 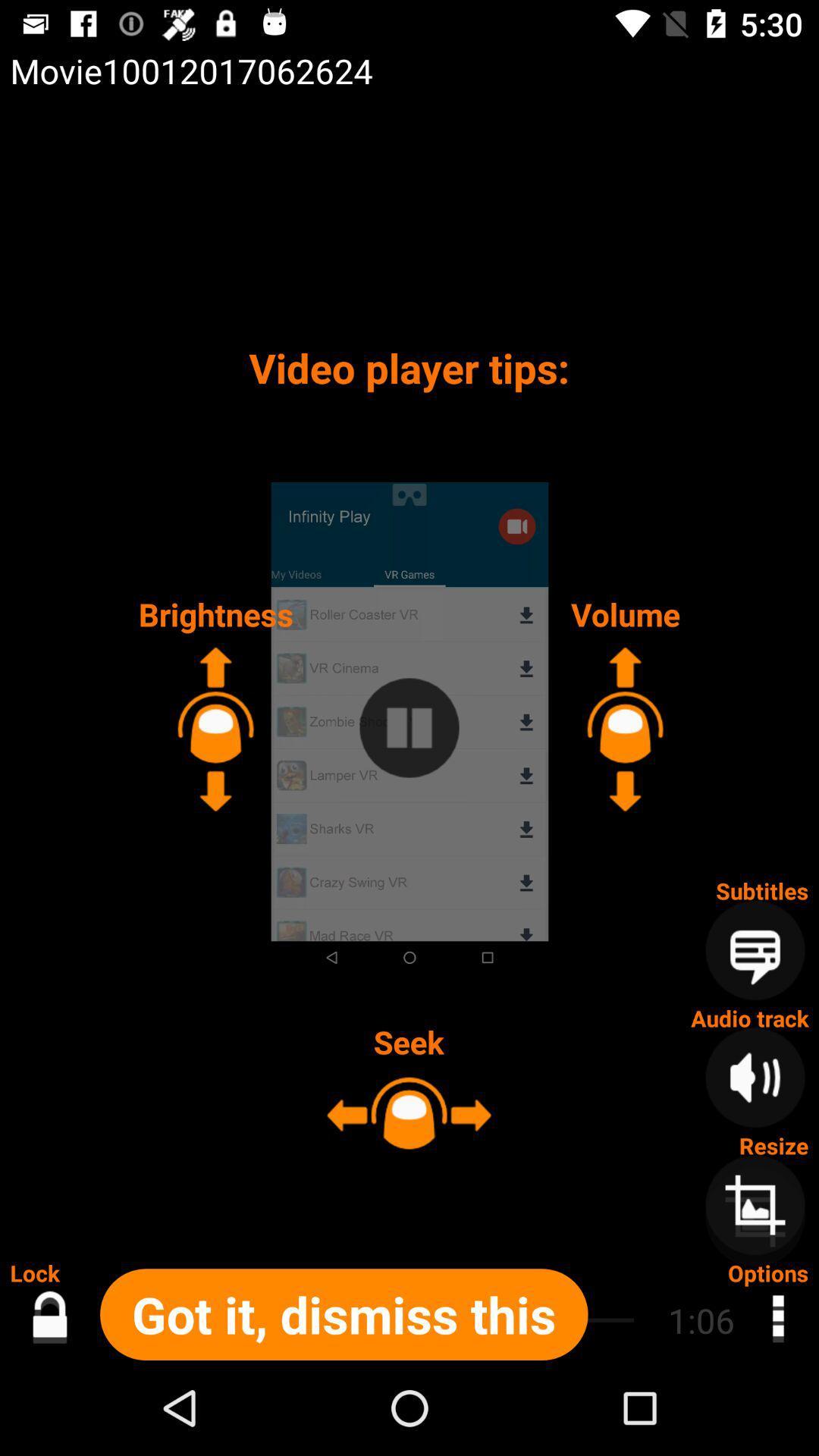 What do you see at coordinates (755, 1216) in the screenshot?
I see `the wallpaper icon` at bounding box center [755, 1216].